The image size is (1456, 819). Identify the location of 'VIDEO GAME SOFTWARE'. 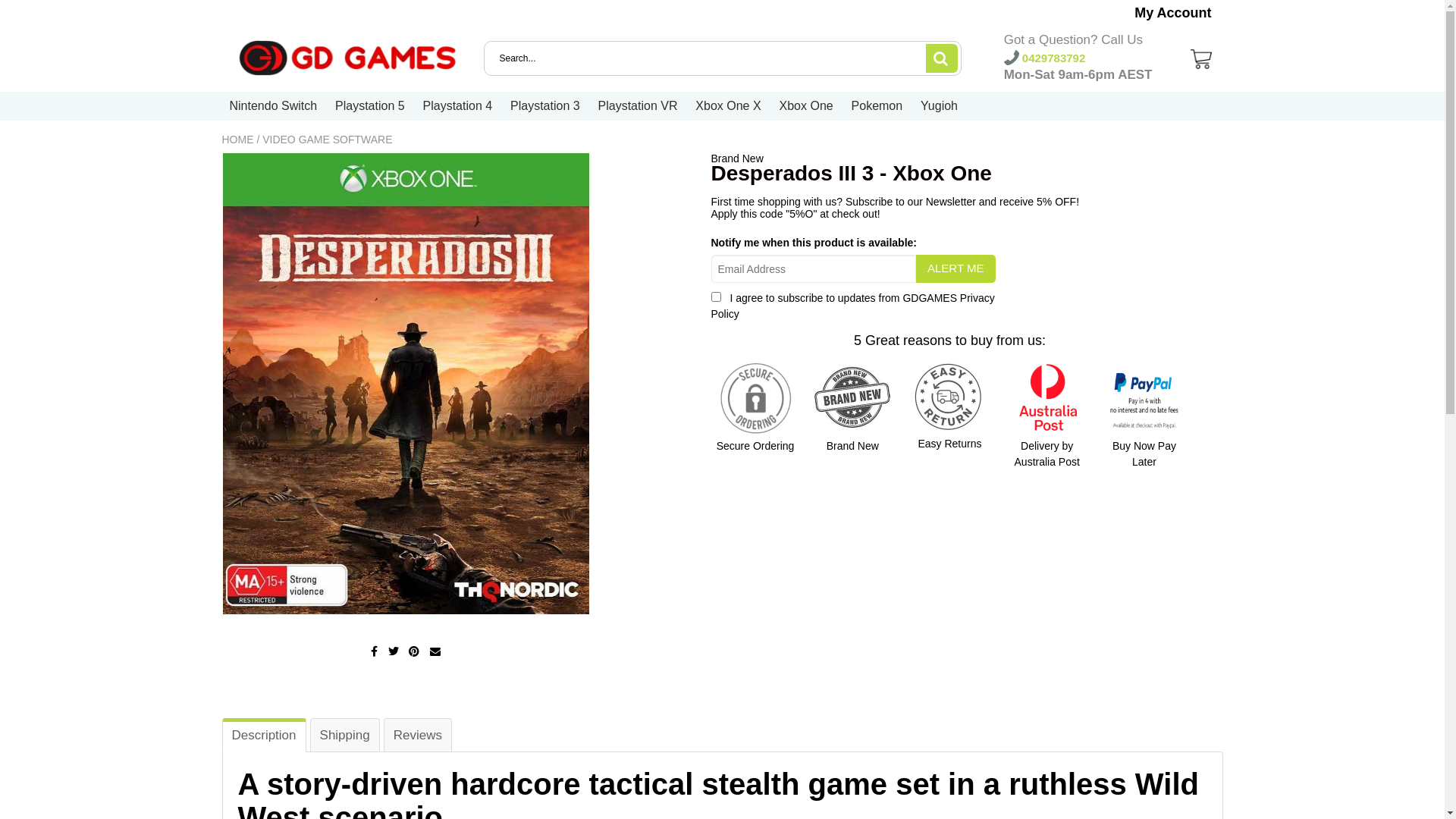
(326, 140).